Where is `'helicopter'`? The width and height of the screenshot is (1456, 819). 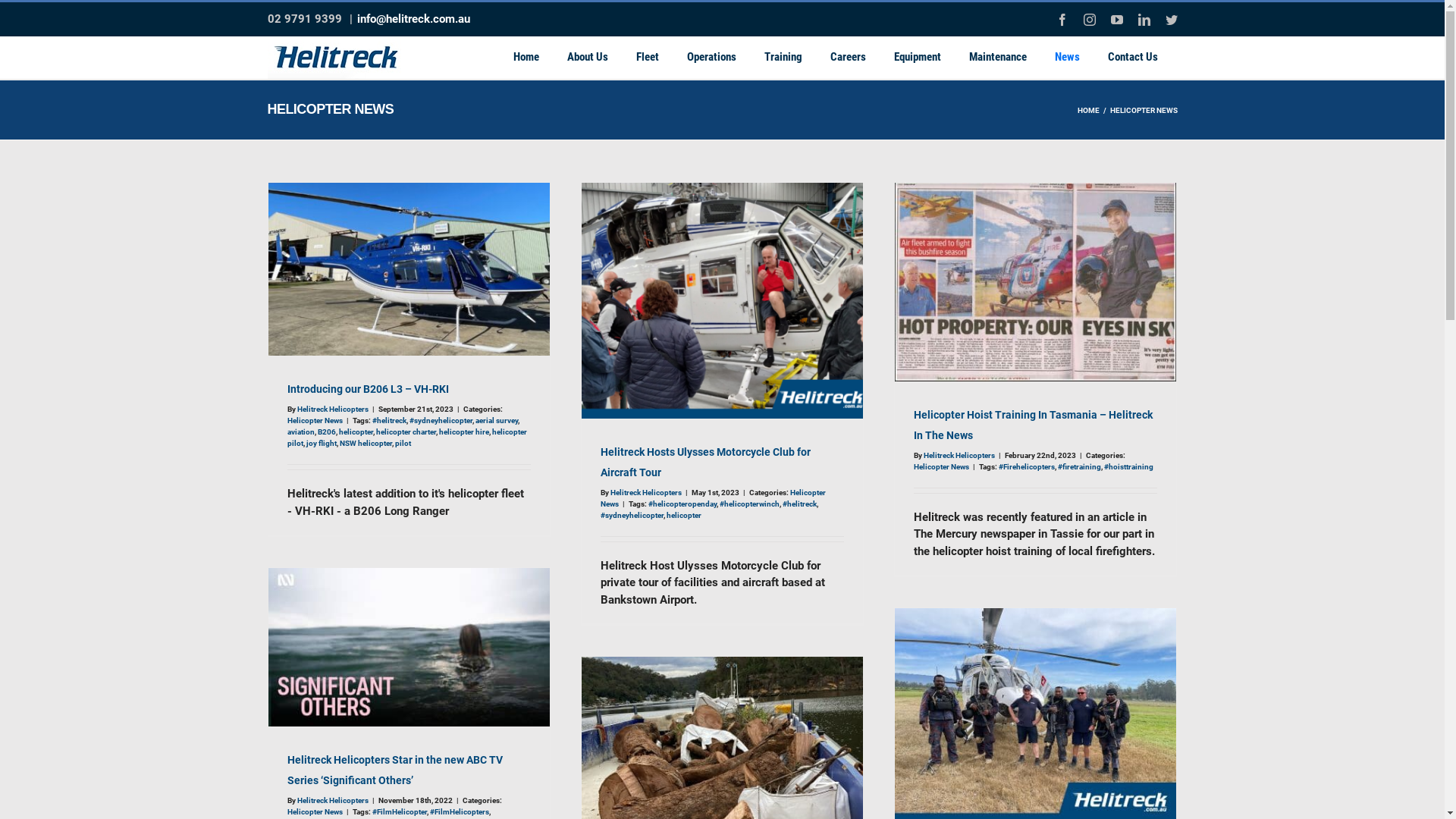
'helicopter' is located at coordinates (354, 431).